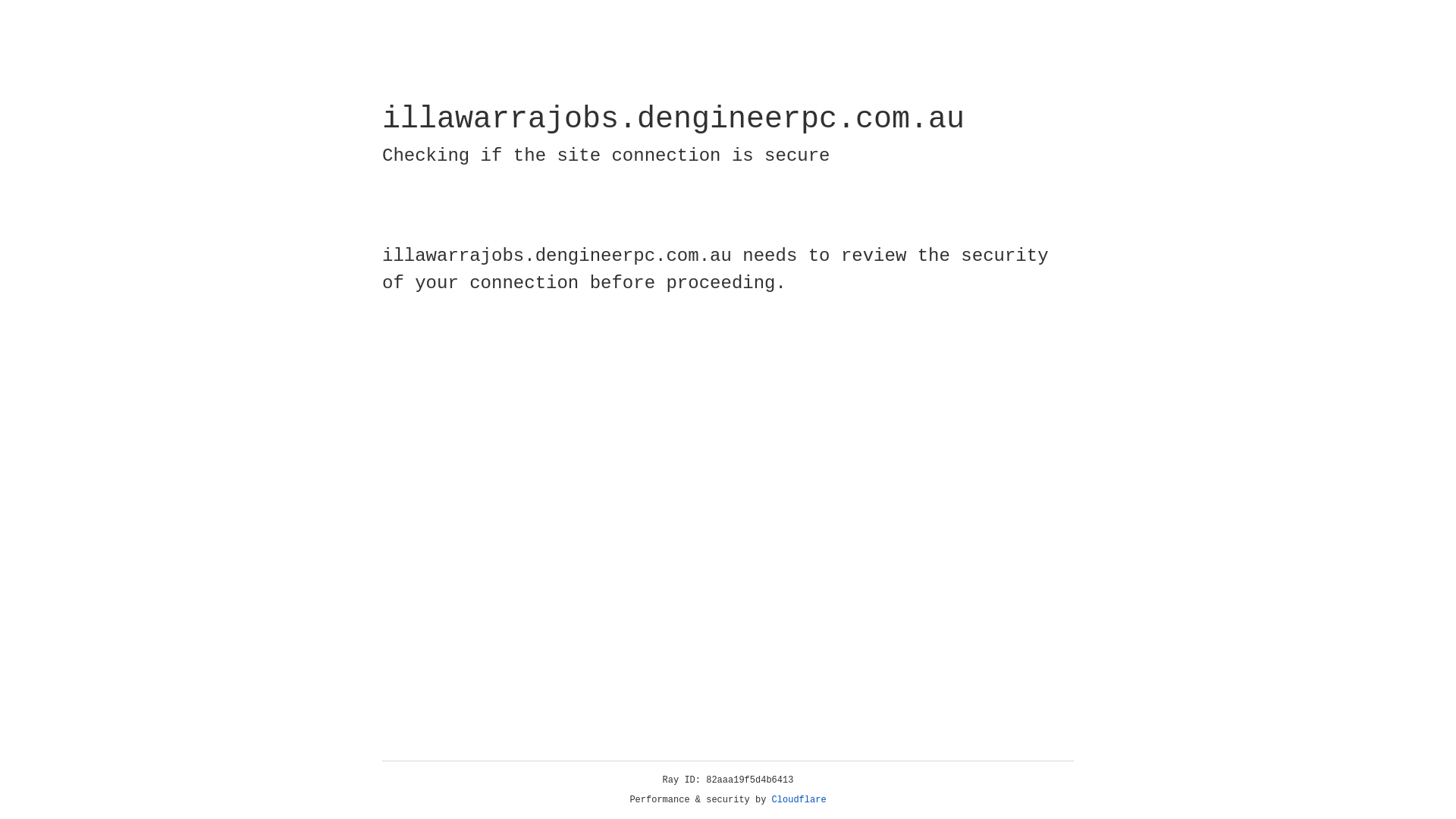 The image size is (1456, 819). Describe the element at coordinates (799, 799) in the screenshot. I see `'Cloudflare'` at that location.